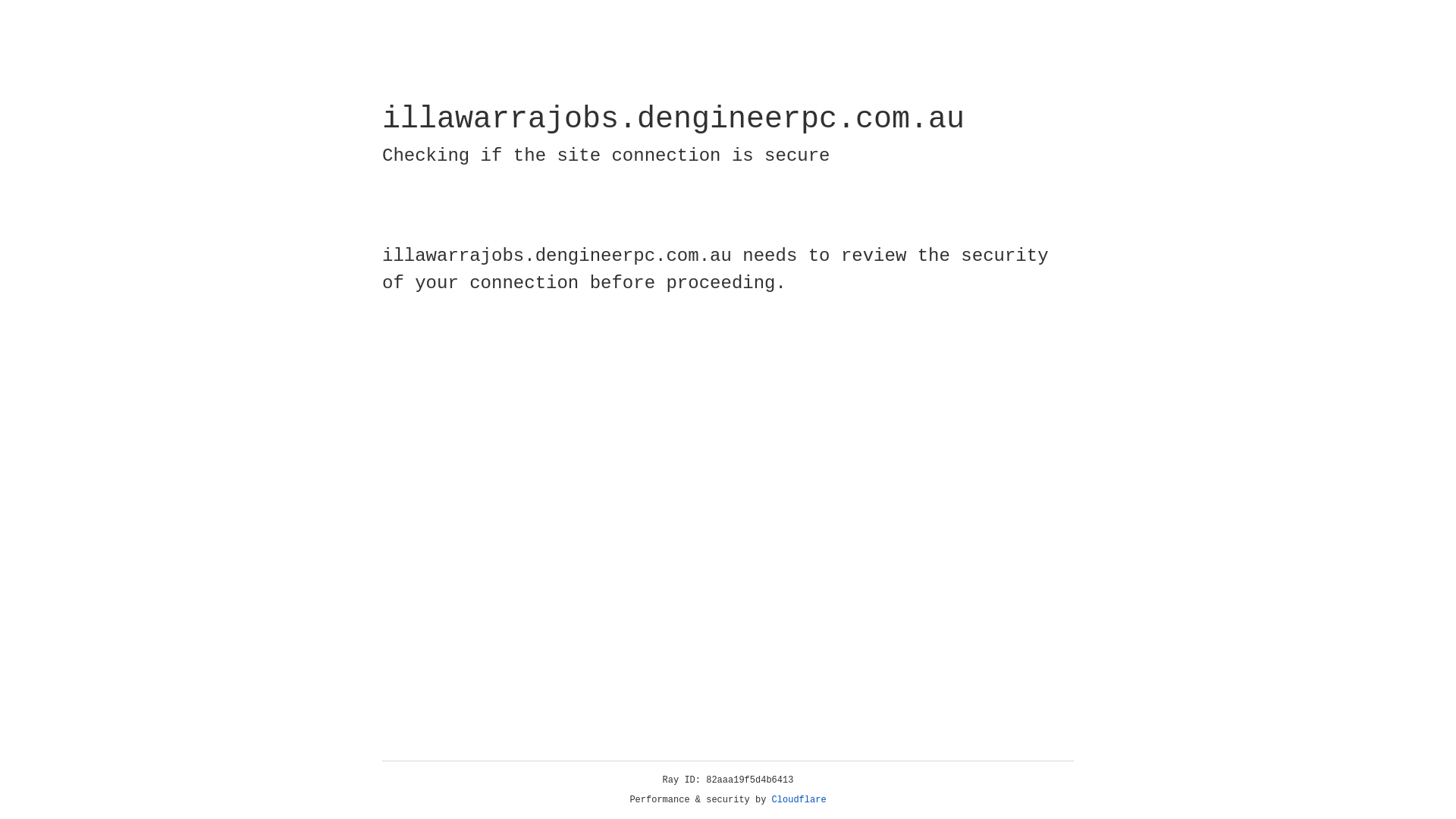 The image size is (1456, 819). Describe the element at coordinates (799, 799) in the screenshot. I see `'Cloudflare'` at that location.